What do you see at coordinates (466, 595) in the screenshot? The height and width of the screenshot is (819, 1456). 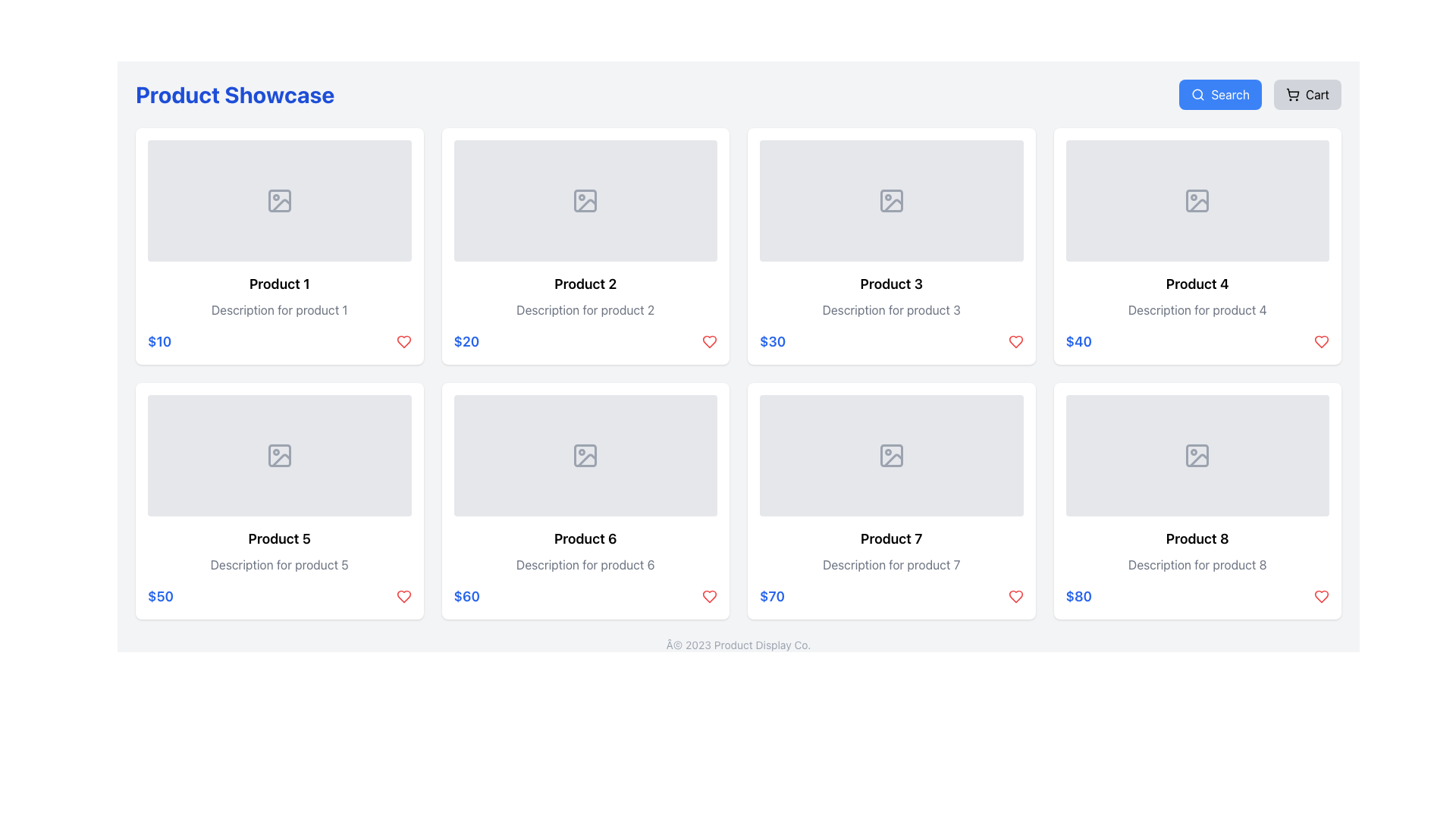 I see `the text label displaying '$60', styled in bold blue font, located in the bottom section of the sixth card below the title 'Product 6'` at bounding box center [466, 595].